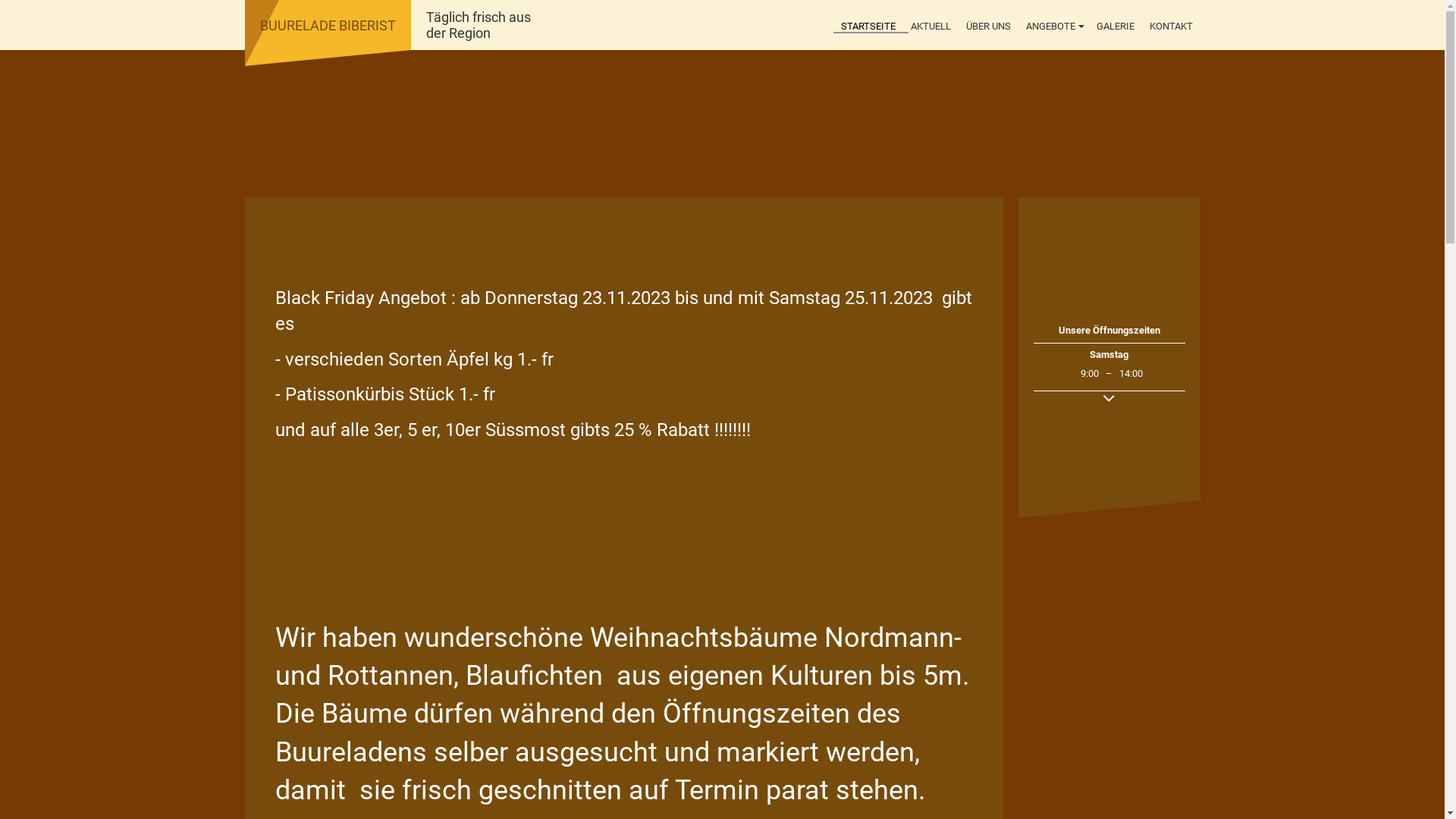  I want to click on 'STARTSEITE', so click(867, 27).